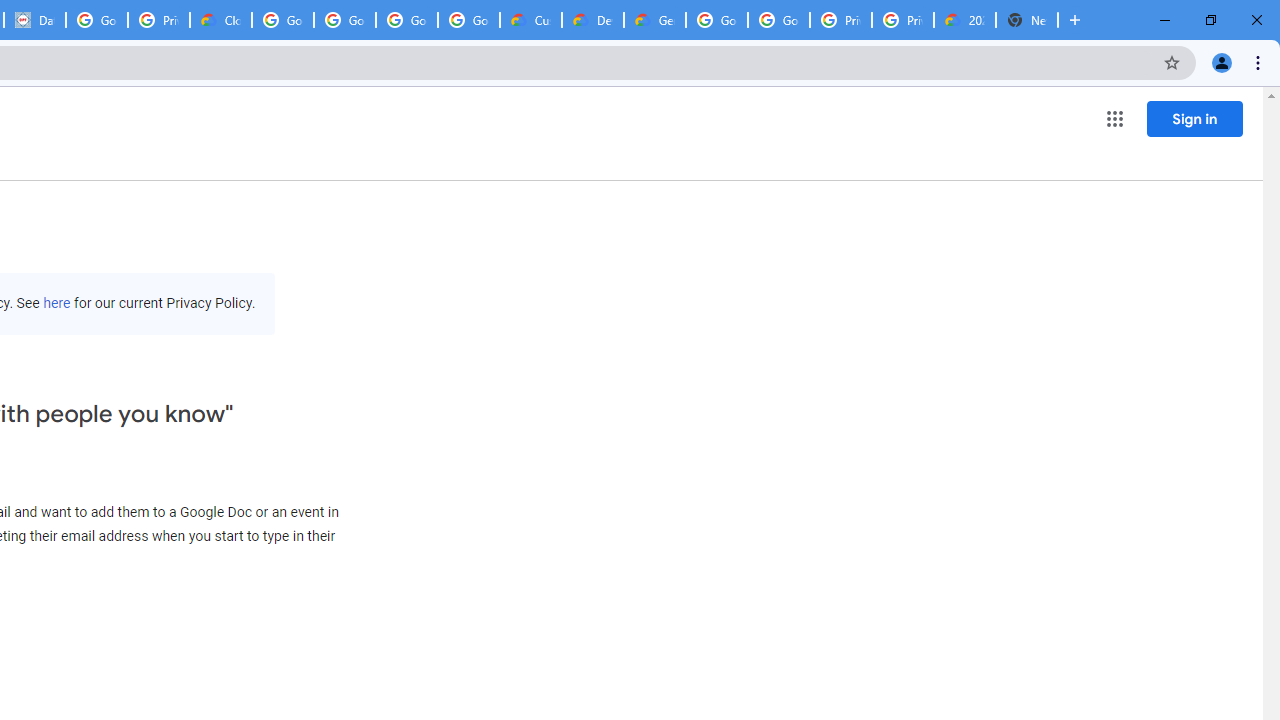  I want to click on 'Customer Care | Google Cloud', so click(531, 20).